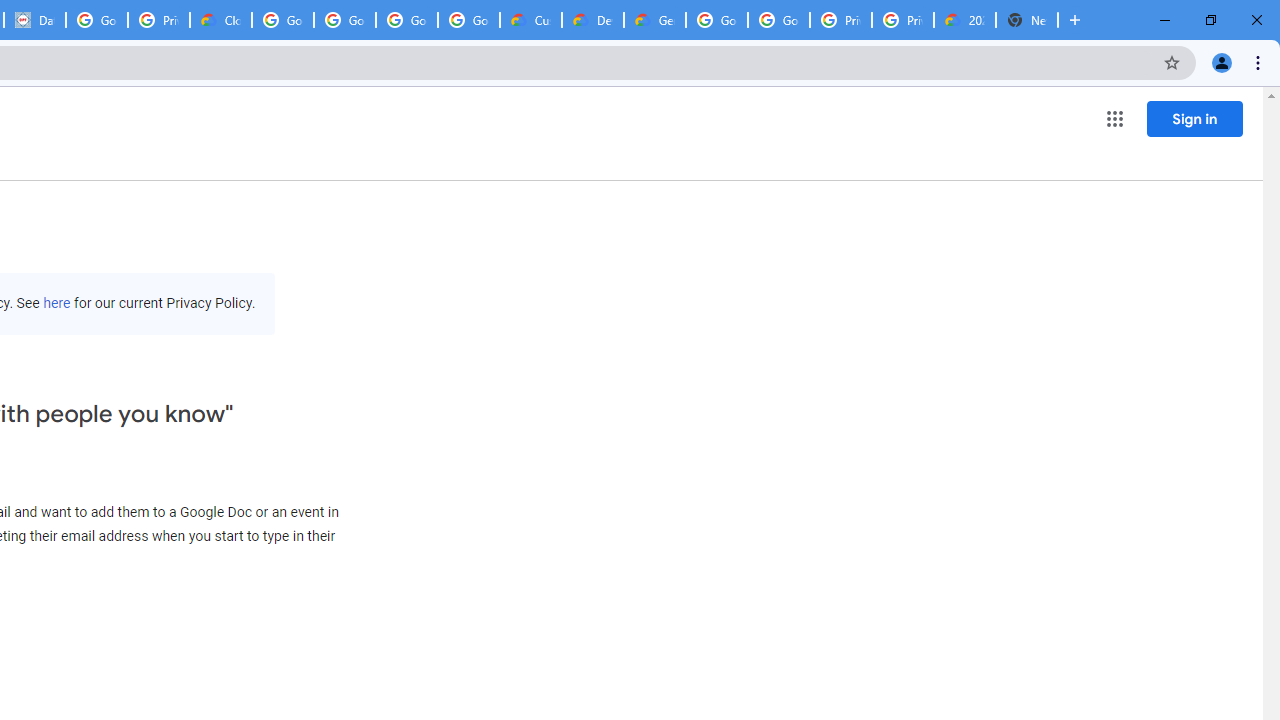  I want to click on 'Customer Care | Google Cloud', so click(531, 20).